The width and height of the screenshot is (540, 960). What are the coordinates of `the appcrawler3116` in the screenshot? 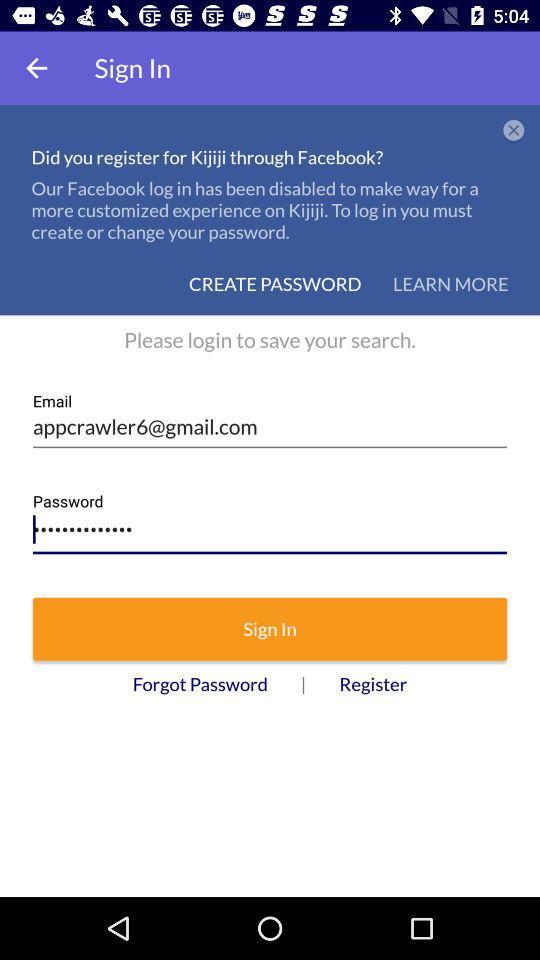 It's located at (270, 524).